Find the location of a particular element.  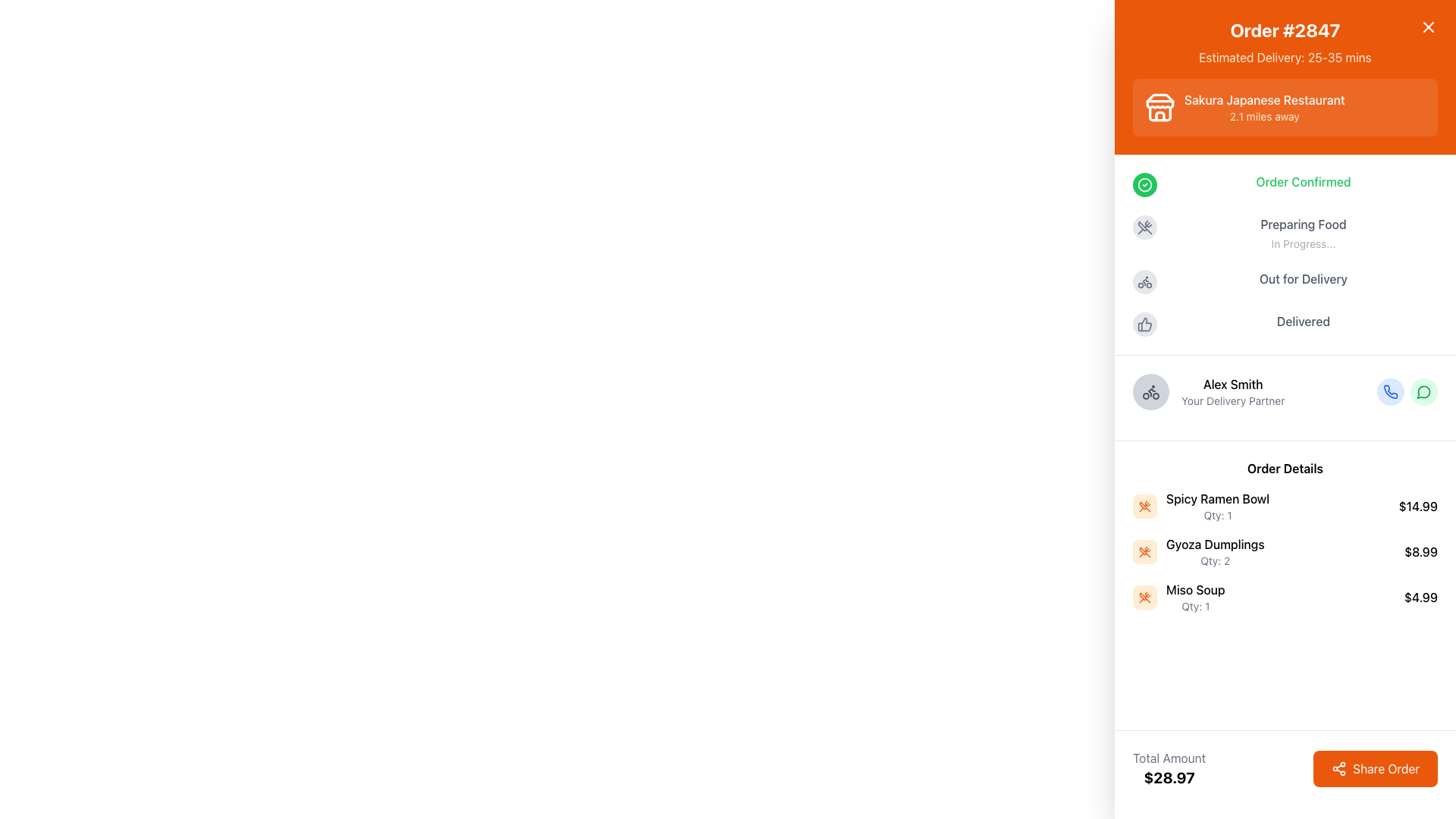

the crossed utensils icon in the 'Order Details' section, which is the second icon in a list of food-related content is located at coordinates (1145, 597).